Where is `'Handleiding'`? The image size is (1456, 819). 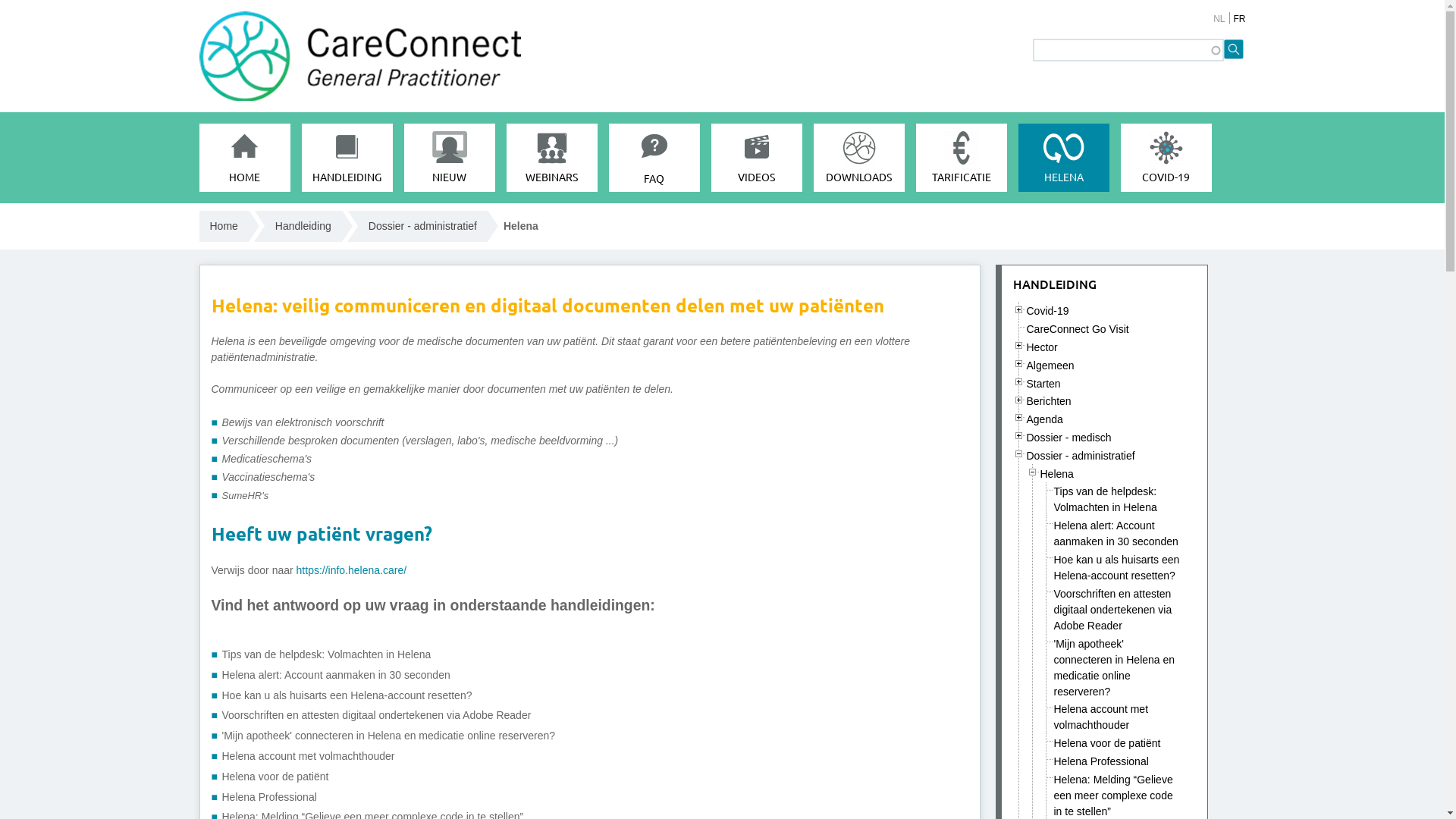
'Handleiding' is located at coordinates (303, 226).